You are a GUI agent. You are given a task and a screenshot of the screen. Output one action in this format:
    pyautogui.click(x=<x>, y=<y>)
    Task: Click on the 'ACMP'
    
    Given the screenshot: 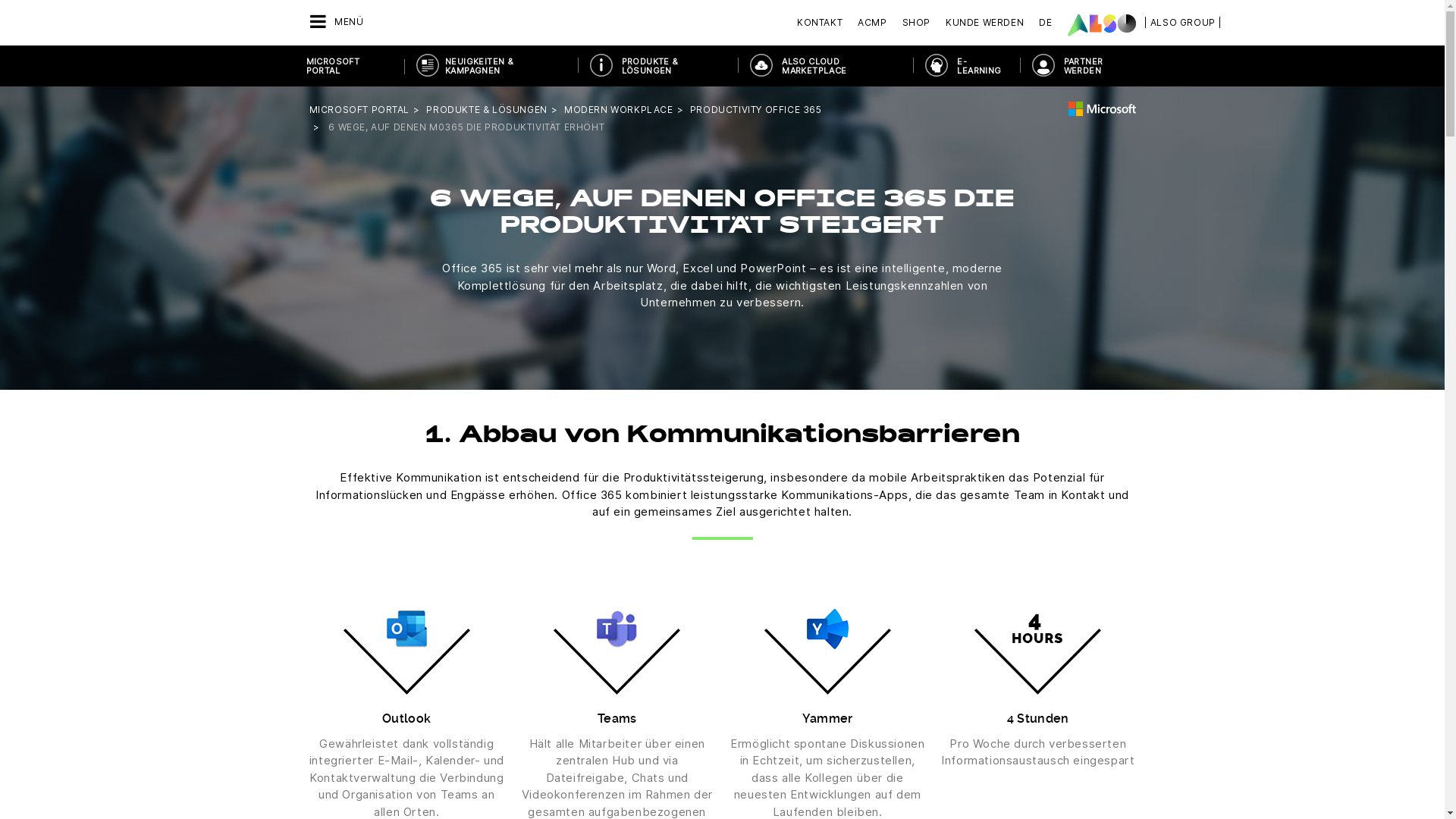 What is the action you would take?
    pyautogui.click(x=872, y=23)
    